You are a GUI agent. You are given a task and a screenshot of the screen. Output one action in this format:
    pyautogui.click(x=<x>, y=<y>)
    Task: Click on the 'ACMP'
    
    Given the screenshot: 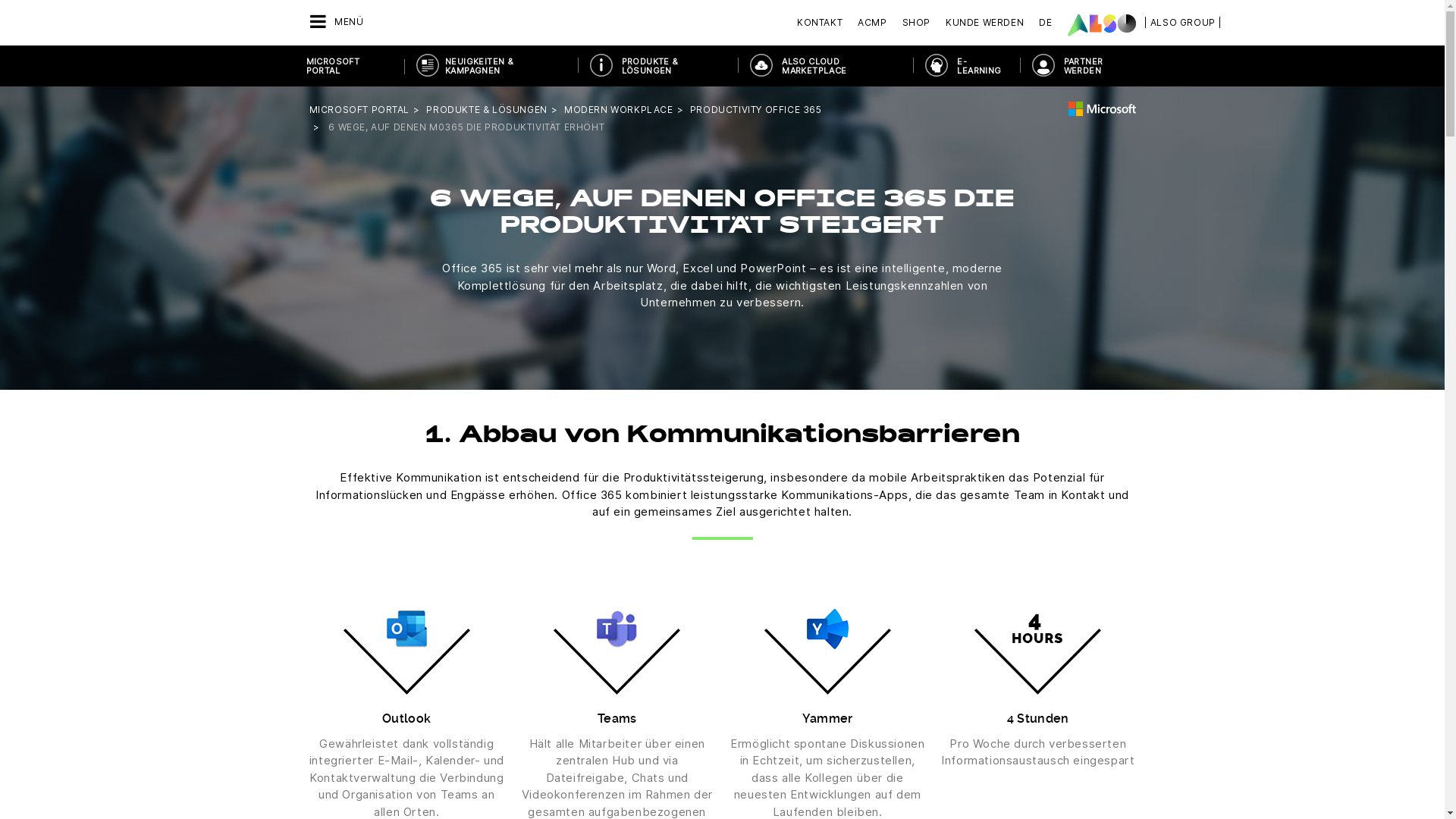 What is the action you would take?
    pyautogui.click(x=872, y=23)
    